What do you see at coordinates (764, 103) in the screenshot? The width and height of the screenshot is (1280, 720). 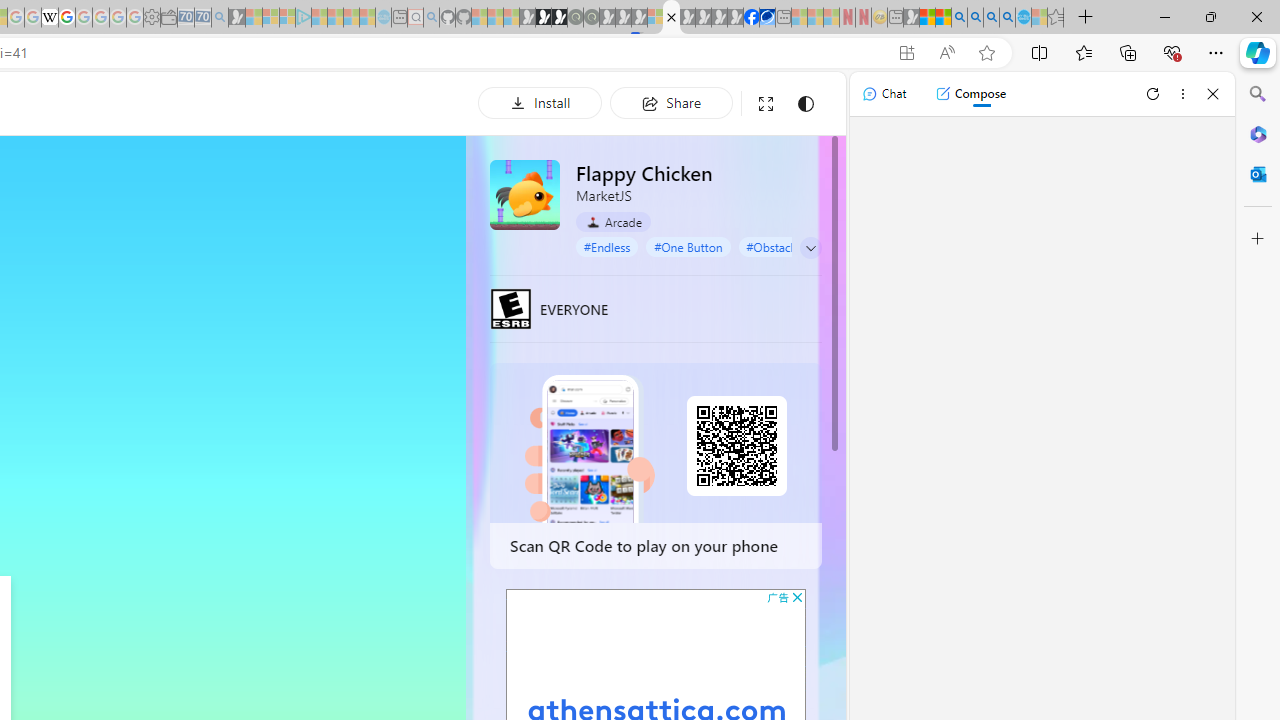 I see `'Full screen'` at bounding box center [764, 103].